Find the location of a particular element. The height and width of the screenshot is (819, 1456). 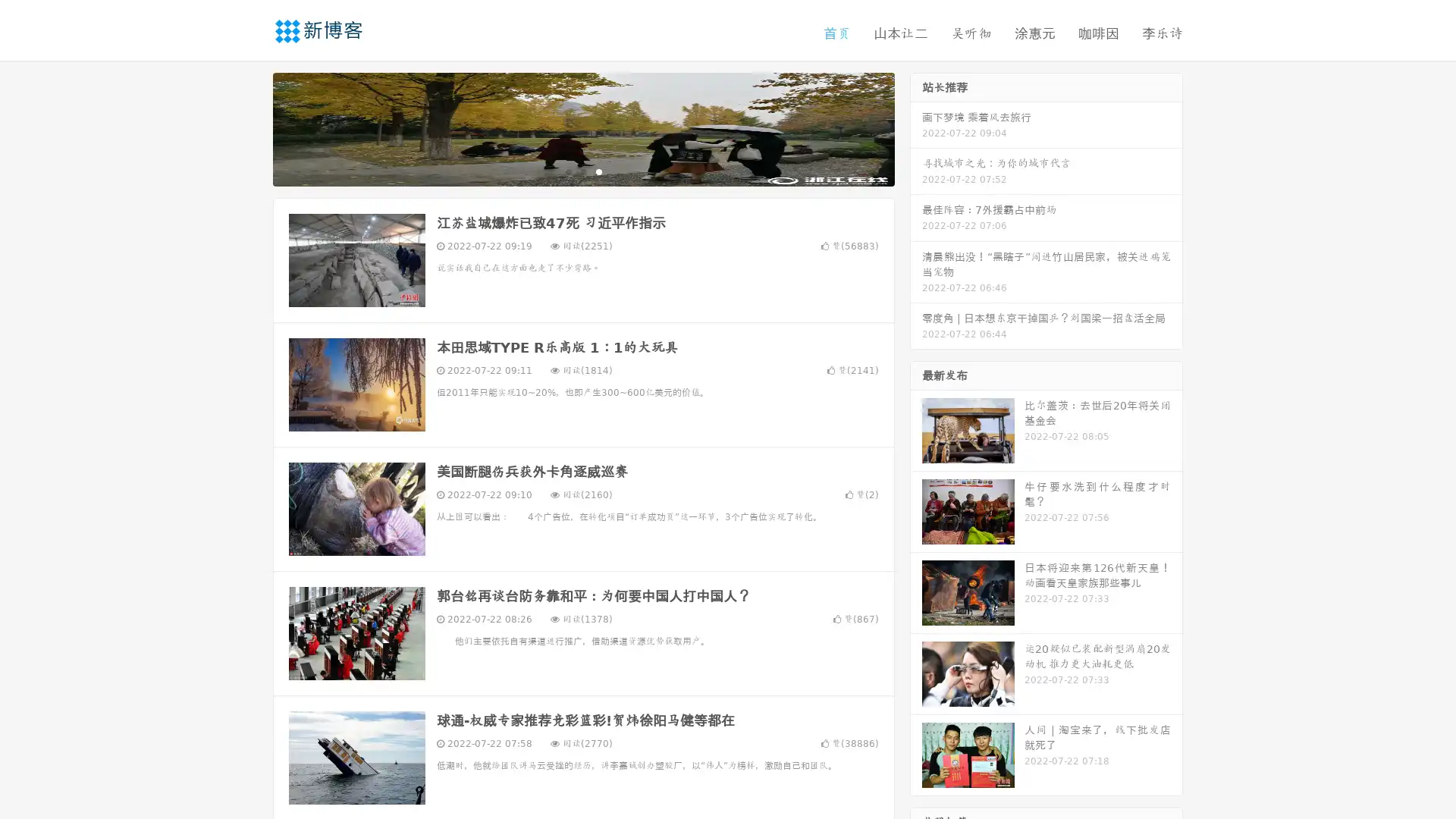

Previous slide is located at coordinates (250, 127).